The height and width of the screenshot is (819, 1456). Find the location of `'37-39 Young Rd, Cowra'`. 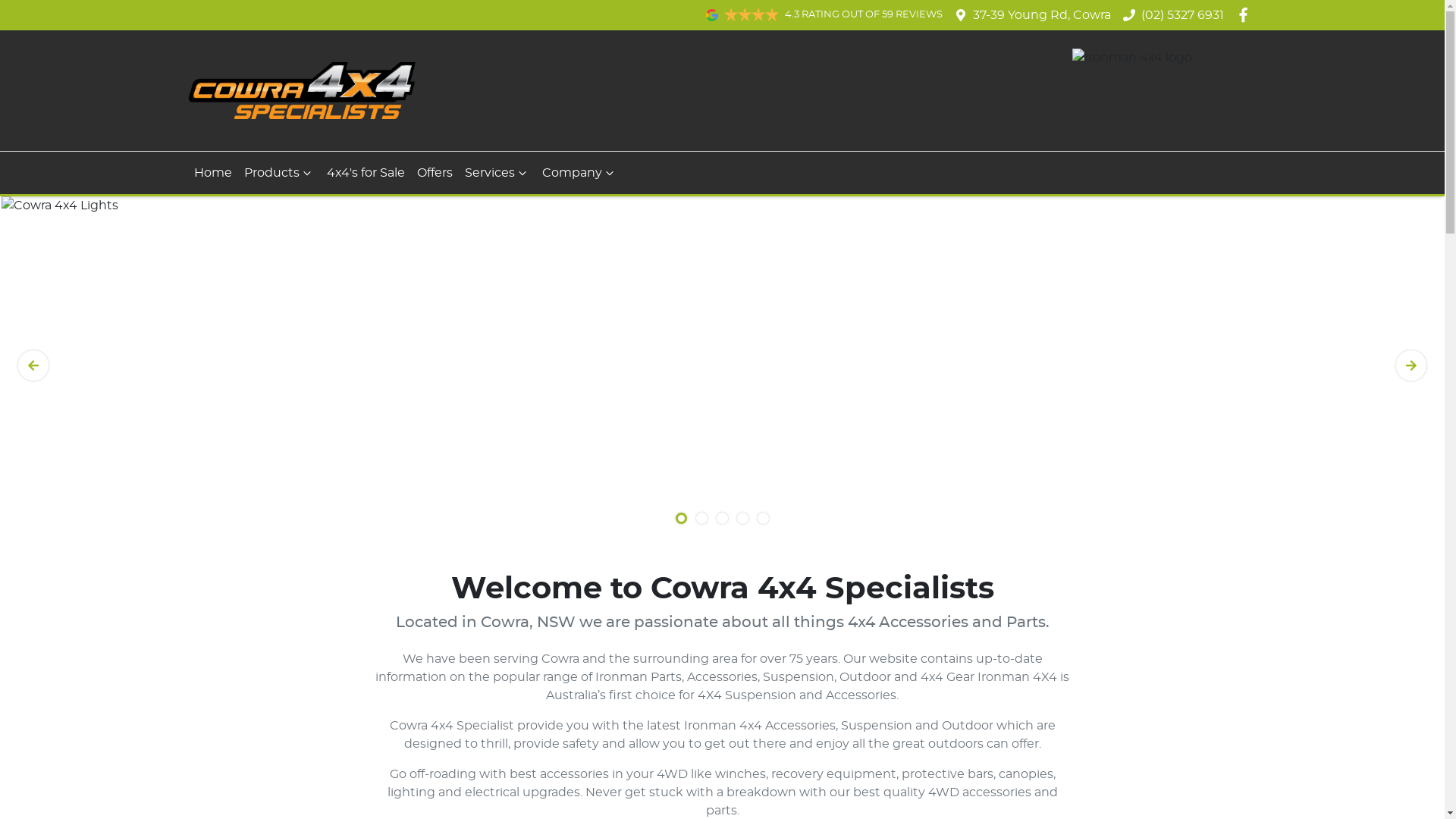

'37-39 Young Rd, Cowra' is located at coordinates (1040, 14).